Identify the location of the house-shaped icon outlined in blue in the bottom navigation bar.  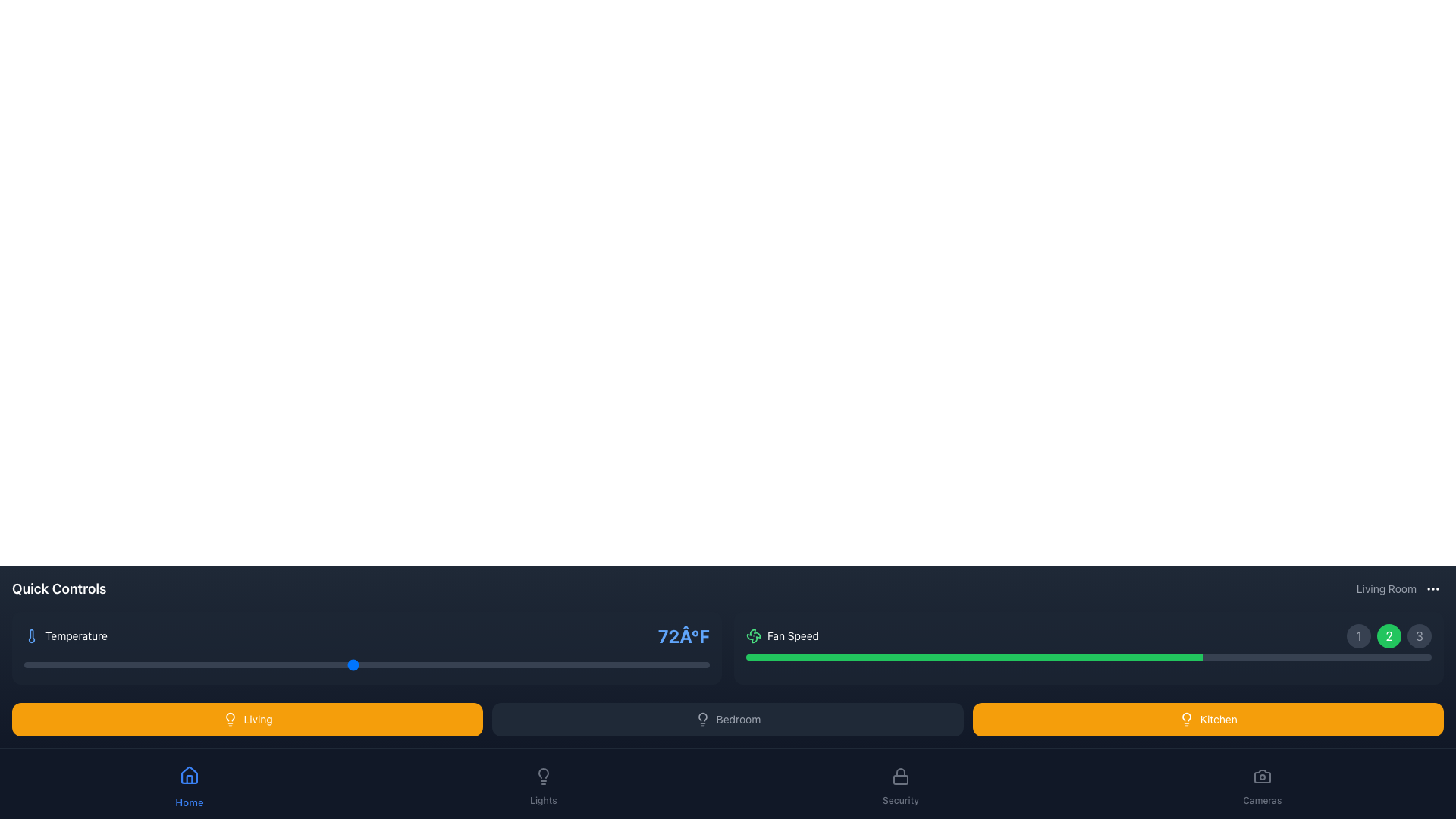
(188, 775).